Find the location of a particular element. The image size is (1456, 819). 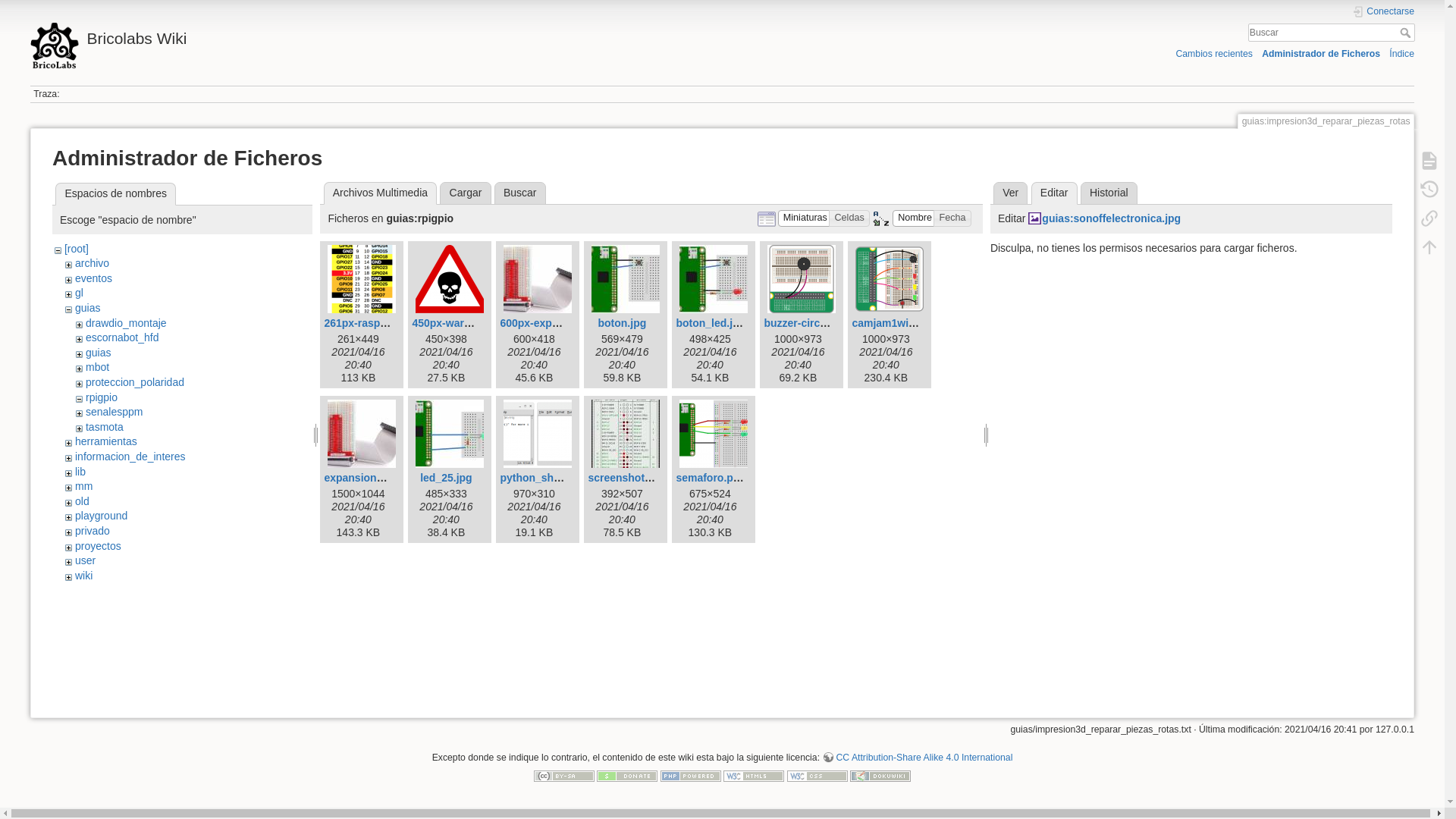

'user' is located at coordinates (74, 560).